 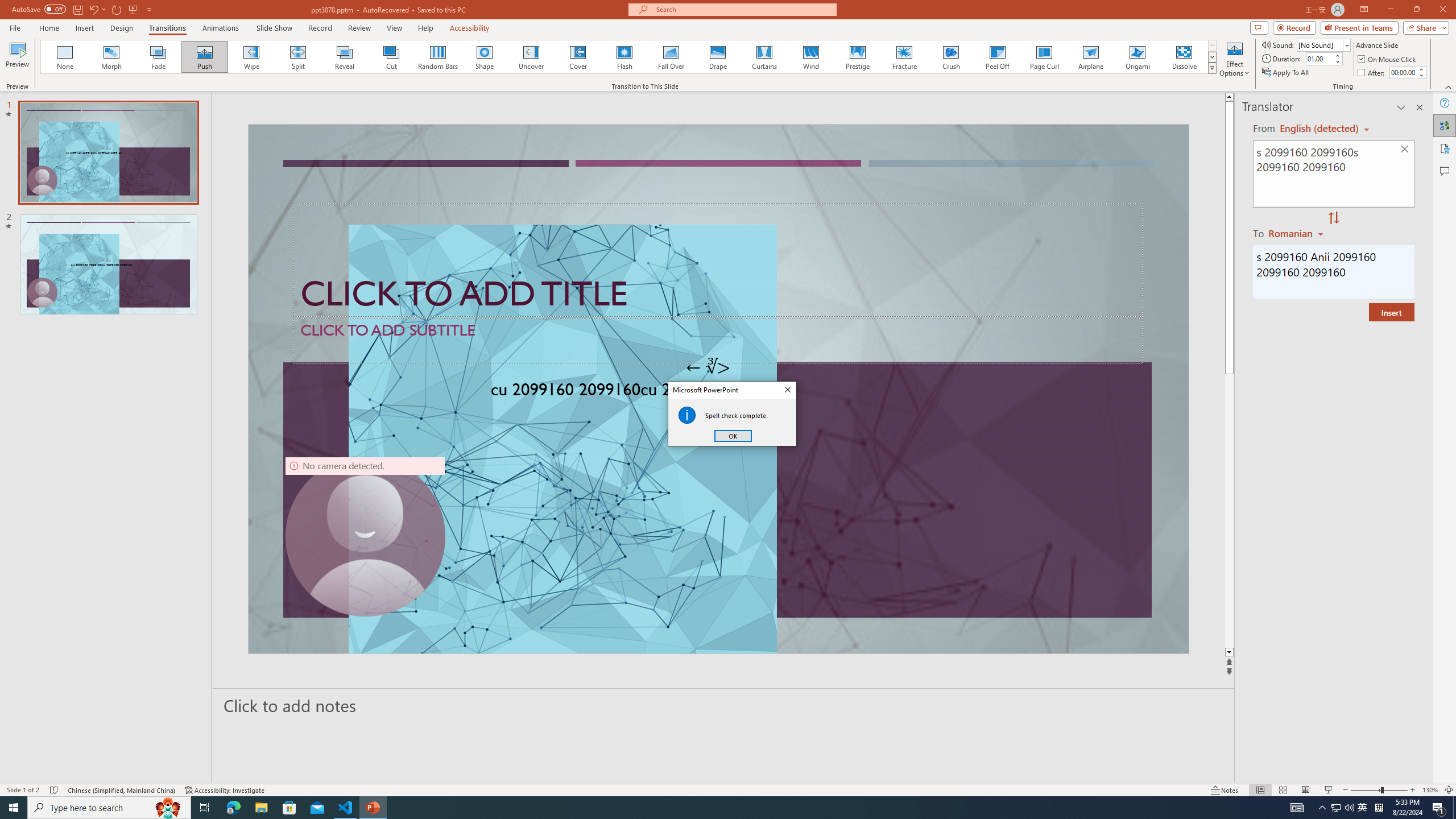 What do you see at coordinates (717, 56) in the screenshot?
I see `'Drape'` at bounding box center [717, 56].